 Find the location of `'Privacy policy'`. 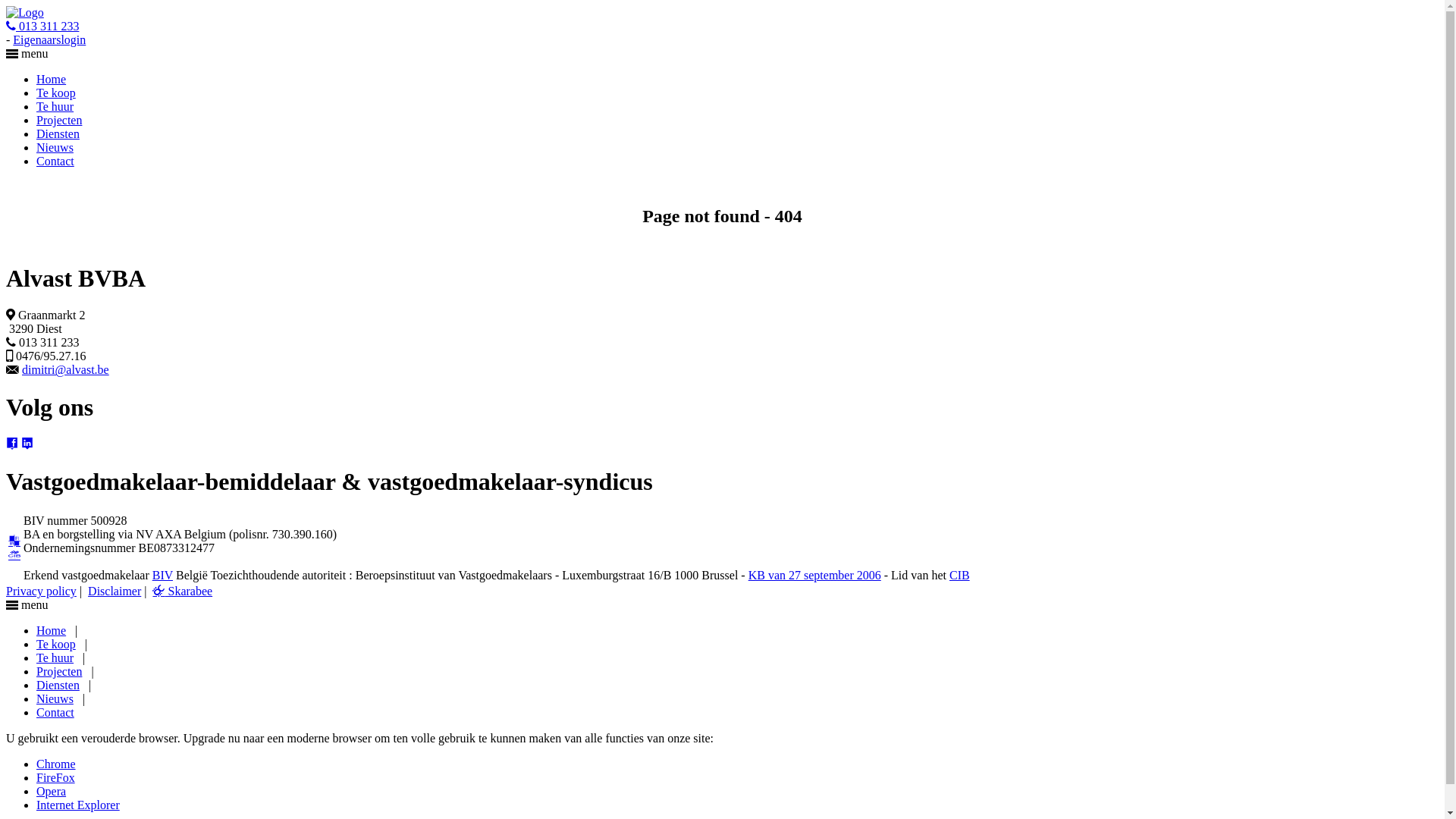

'Privacy policy' is located at coordinates (41, 590).